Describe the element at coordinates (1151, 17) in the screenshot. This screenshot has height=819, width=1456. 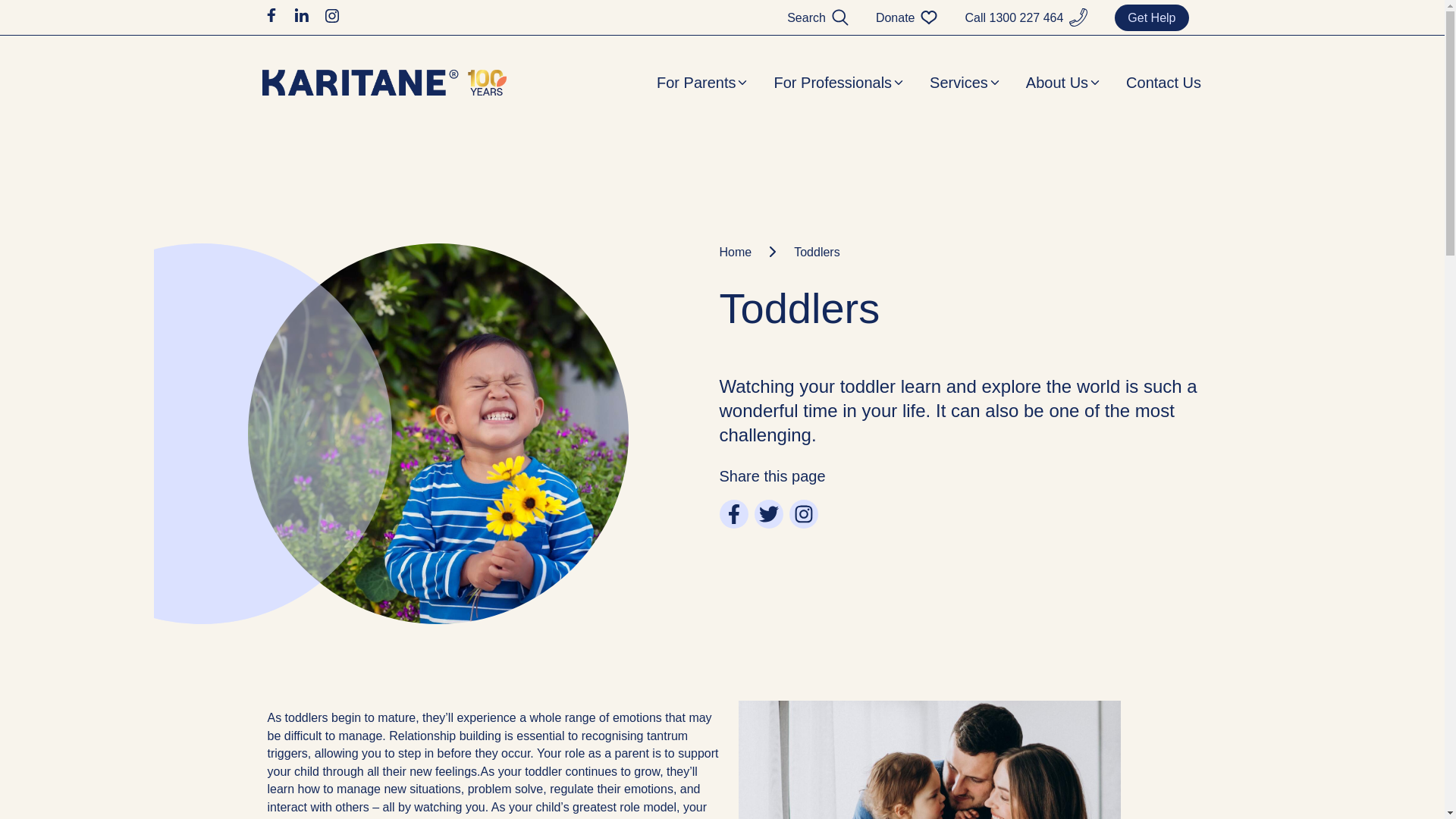
I see `'Get Help'` at that location.